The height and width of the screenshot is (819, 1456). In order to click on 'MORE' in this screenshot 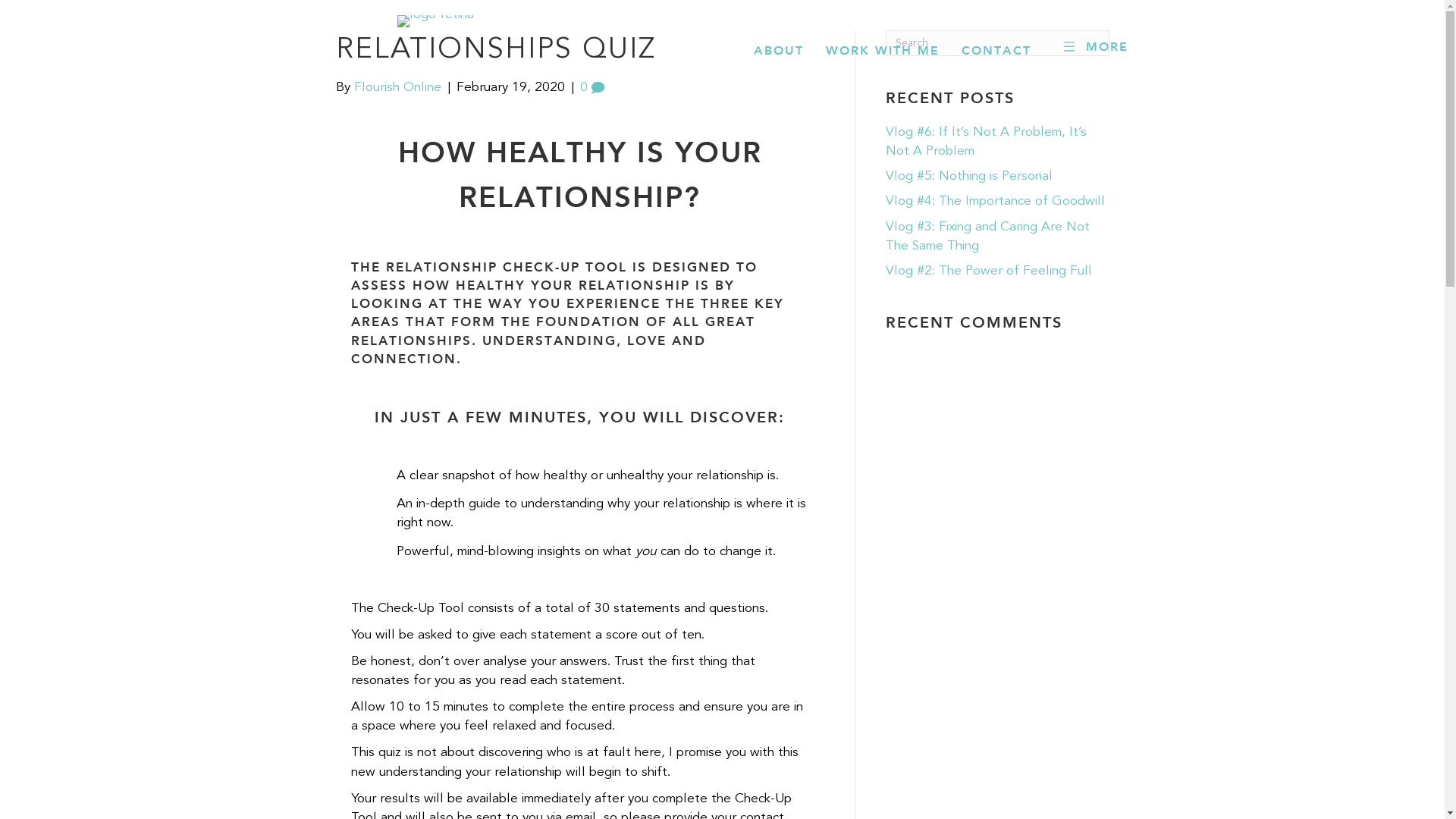, I will do `click(1050, 45)`.